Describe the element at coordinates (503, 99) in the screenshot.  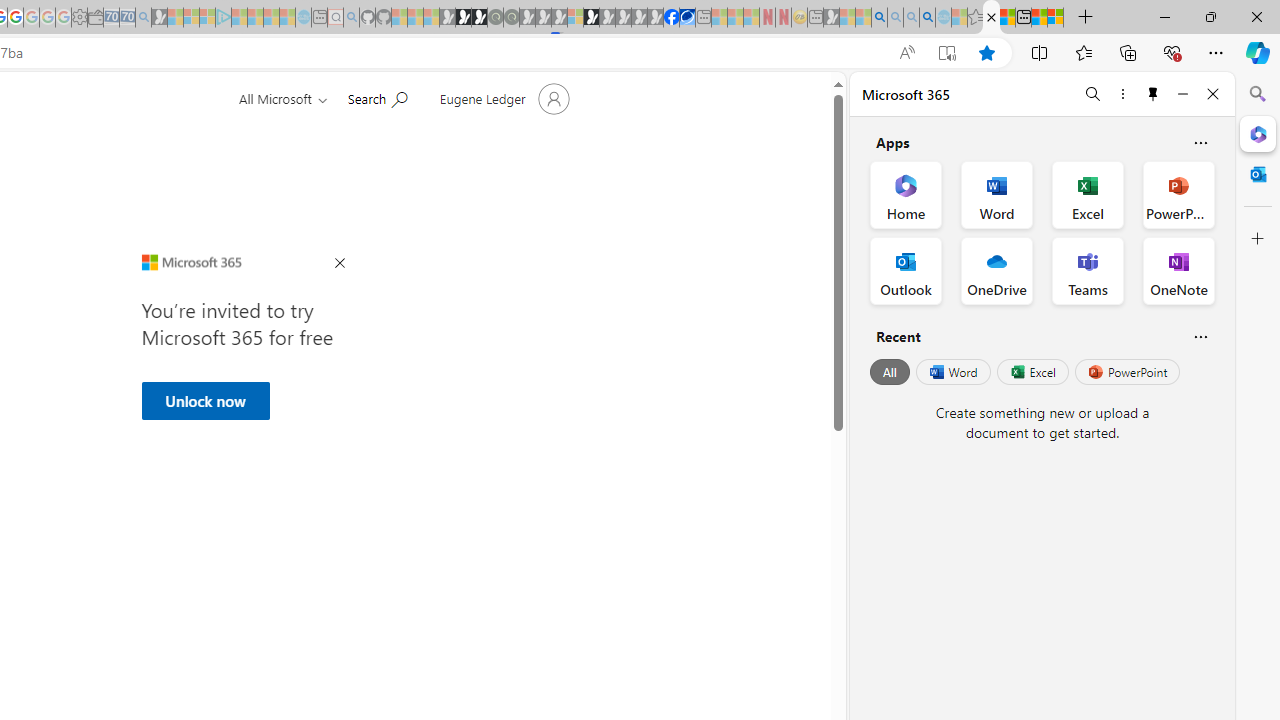
I see `'Account manager for Eugene Ledger'` at that location.